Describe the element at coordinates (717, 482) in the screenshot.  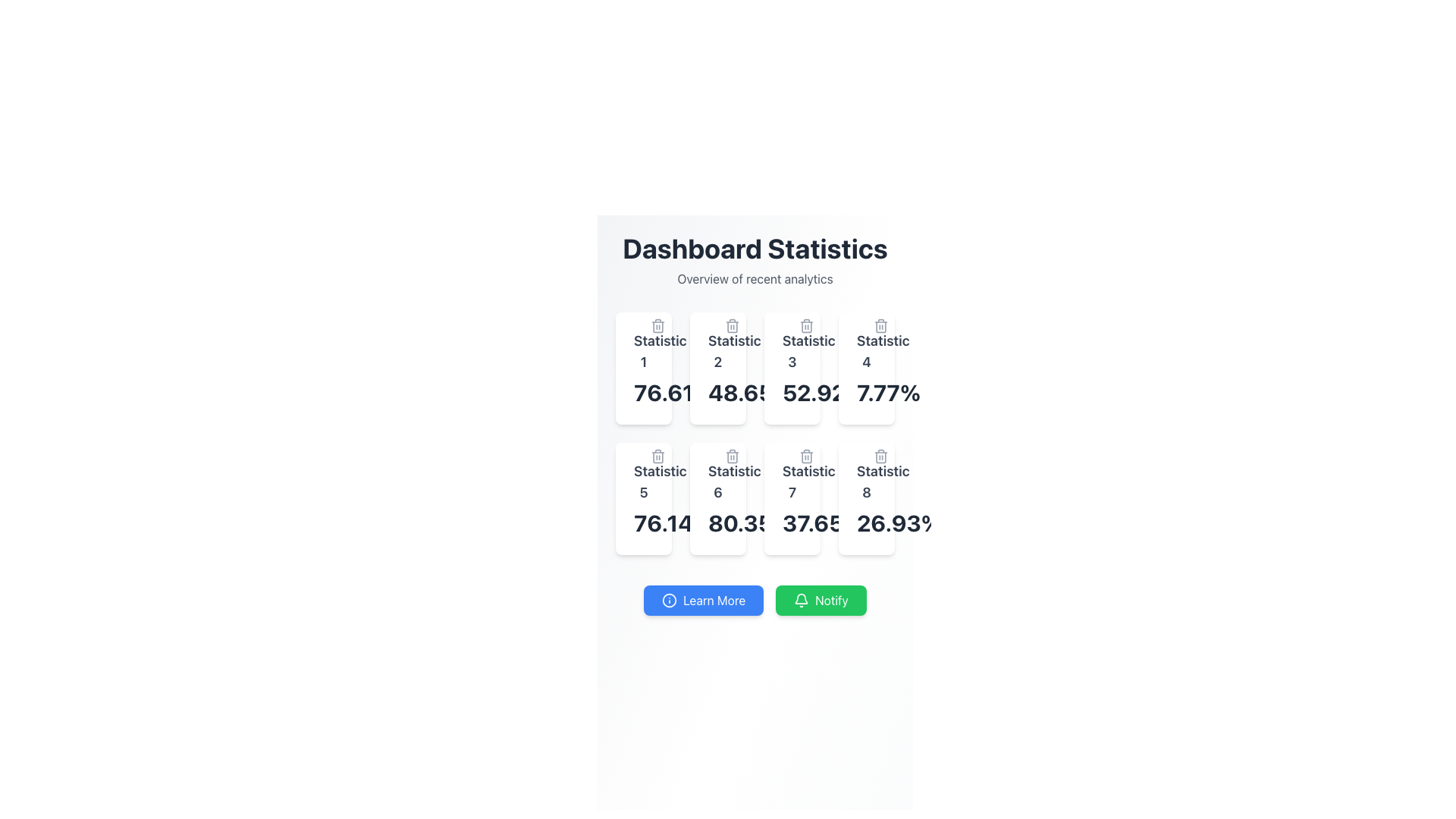
I see `the label or title text that indicates a statistic, which is located in the second row and second column of a grid layout, above the number '80.35%'` at that location.